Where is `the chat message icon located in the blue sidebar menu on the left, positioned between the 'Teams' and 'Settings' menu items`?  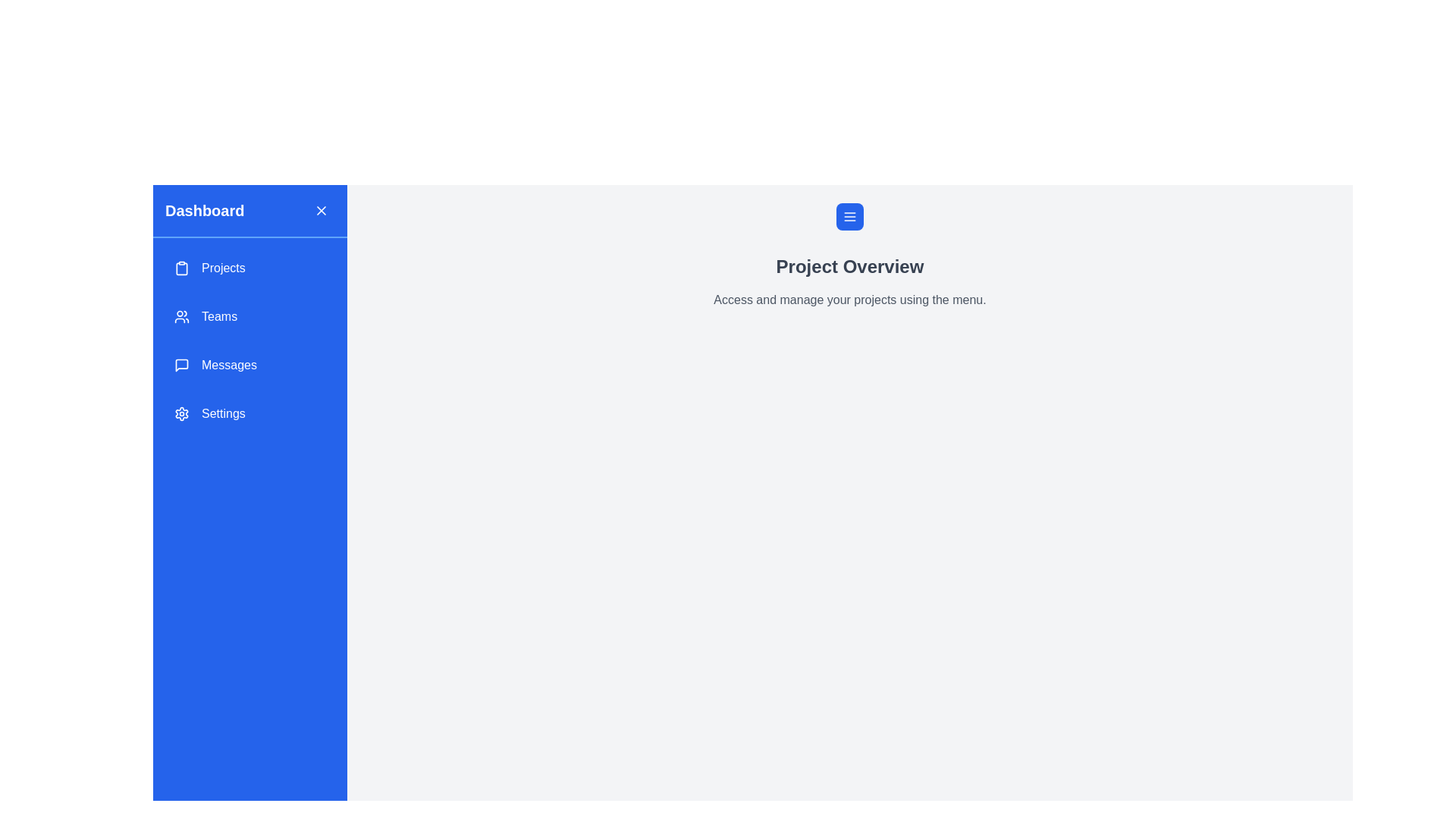 the chat message icon located in the blue sidebar menu on the left, positioned between the 'Teams' and 'Settings' menu items is located at coordinates (182, 366).